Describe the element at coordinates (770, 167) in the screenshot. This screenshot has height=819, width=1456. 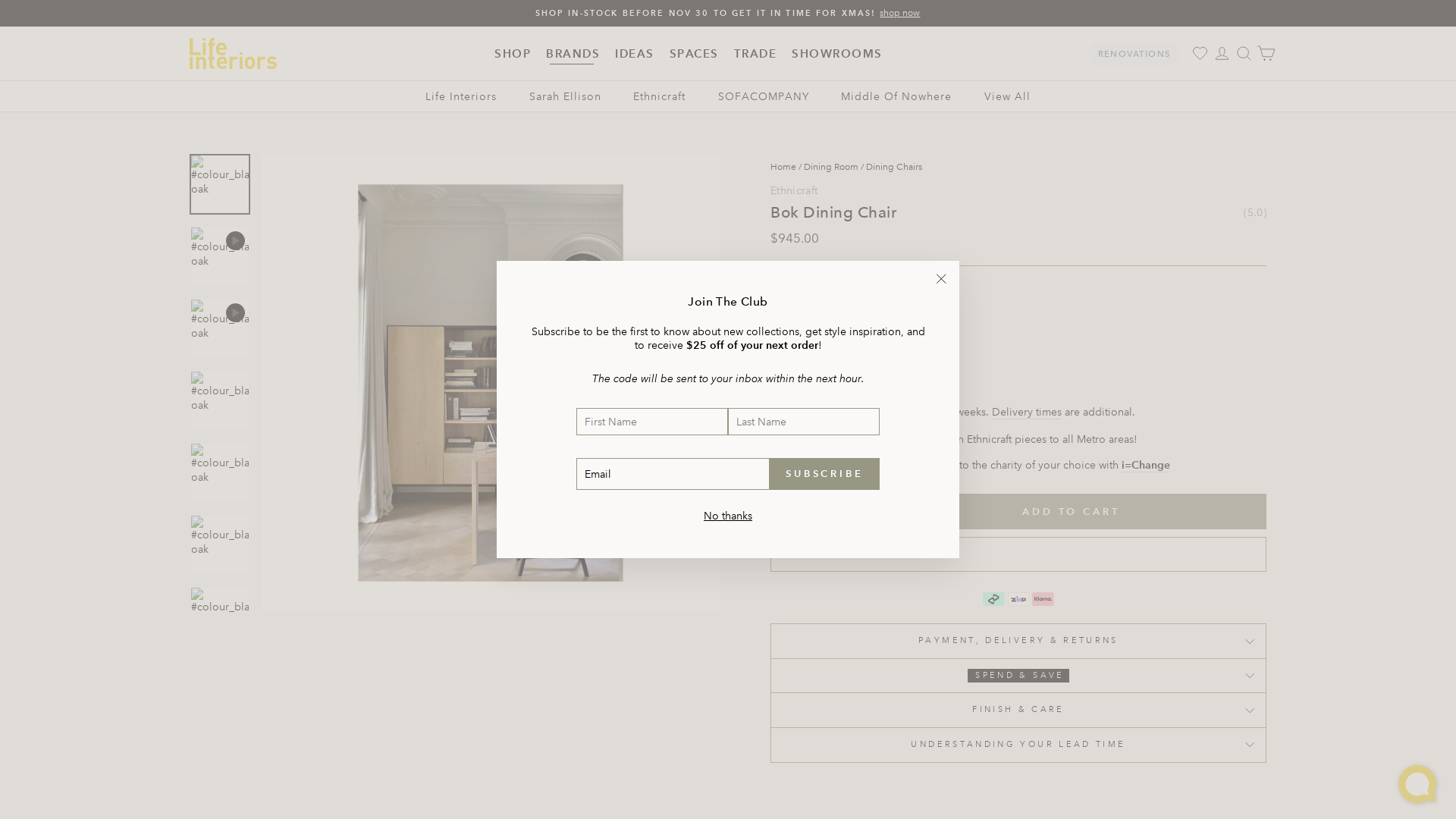
I see `'Home'` at that location.